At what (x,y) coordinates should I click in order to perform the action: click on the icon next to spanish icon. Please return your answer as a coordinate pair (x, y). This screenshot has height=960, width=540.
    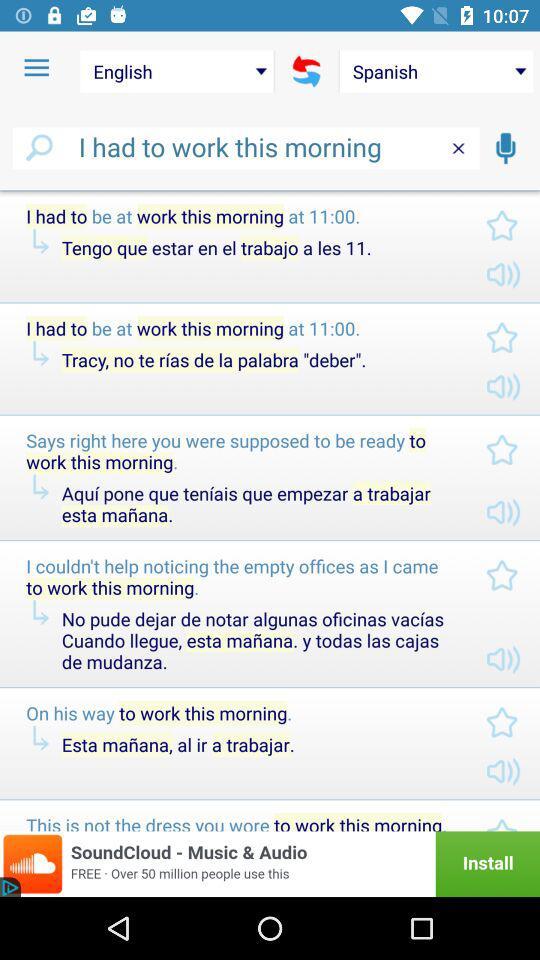
    Looking at the image, I should click on (306, 71).